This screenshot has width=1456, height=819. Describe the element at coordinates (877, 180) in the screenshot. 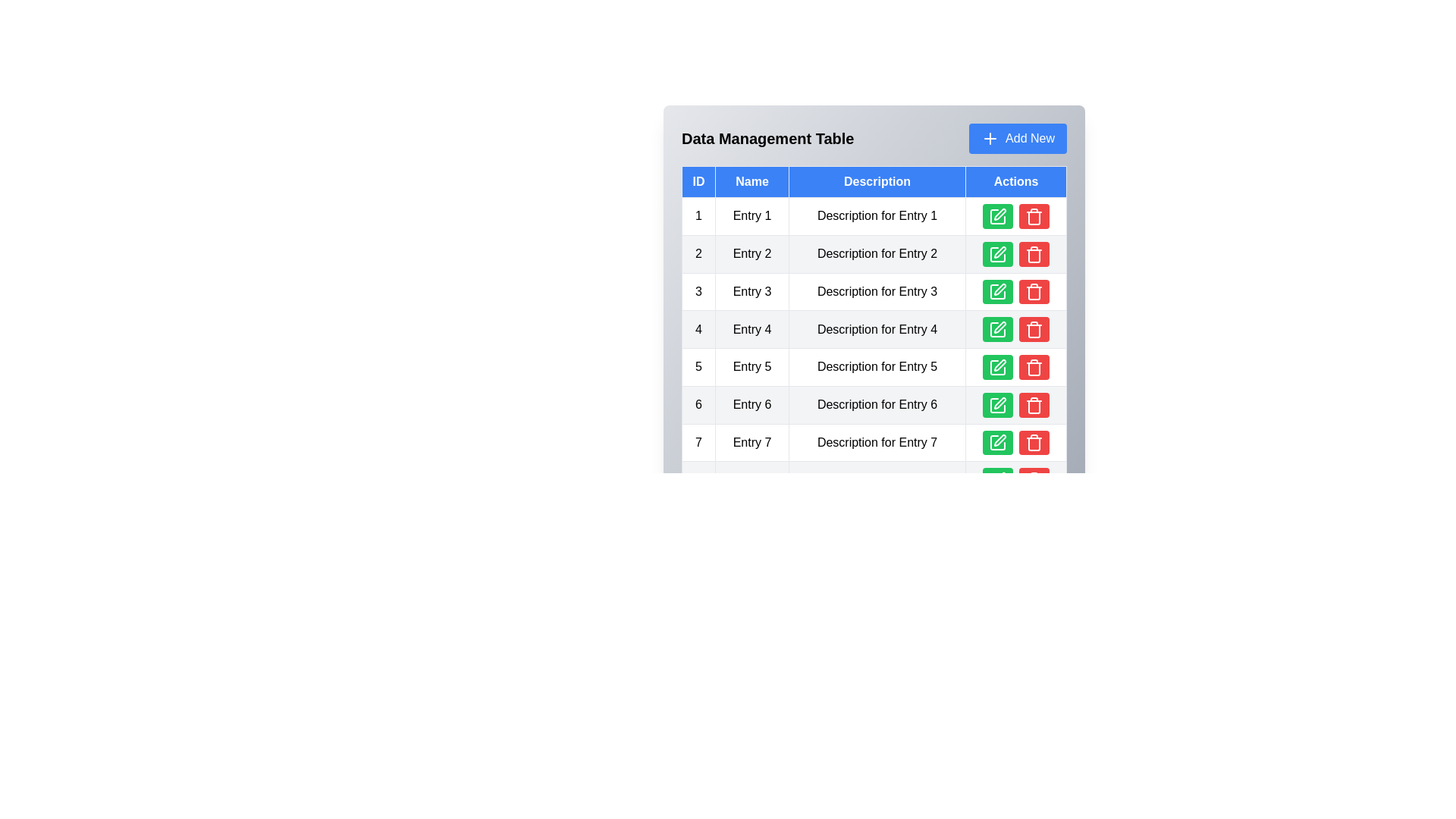

I see `the column header labeled Description to sort the table by that column` at that location.